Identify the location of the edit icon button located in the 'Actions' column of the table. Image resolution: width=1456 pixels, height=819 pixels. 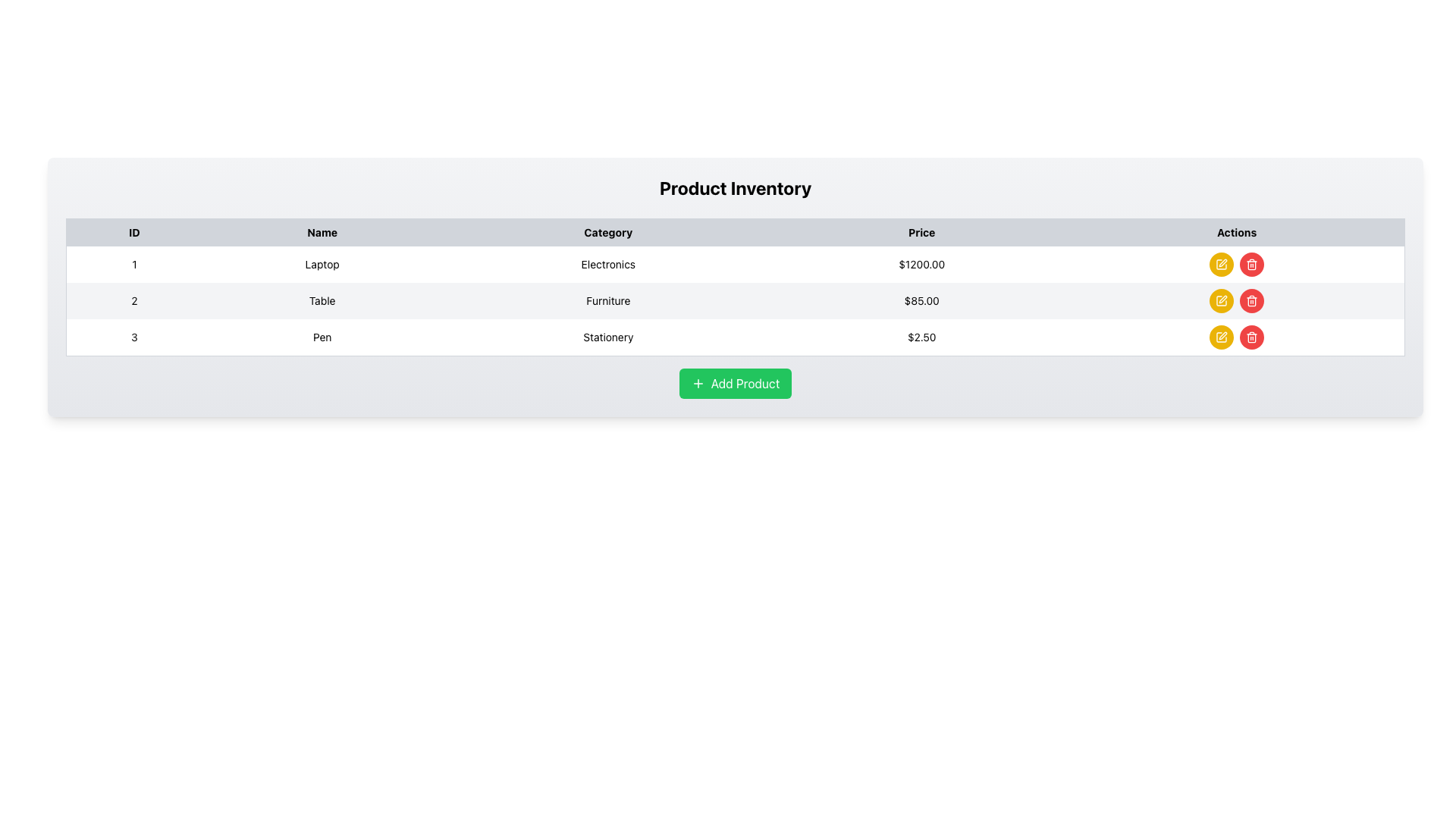
(1222, 263).